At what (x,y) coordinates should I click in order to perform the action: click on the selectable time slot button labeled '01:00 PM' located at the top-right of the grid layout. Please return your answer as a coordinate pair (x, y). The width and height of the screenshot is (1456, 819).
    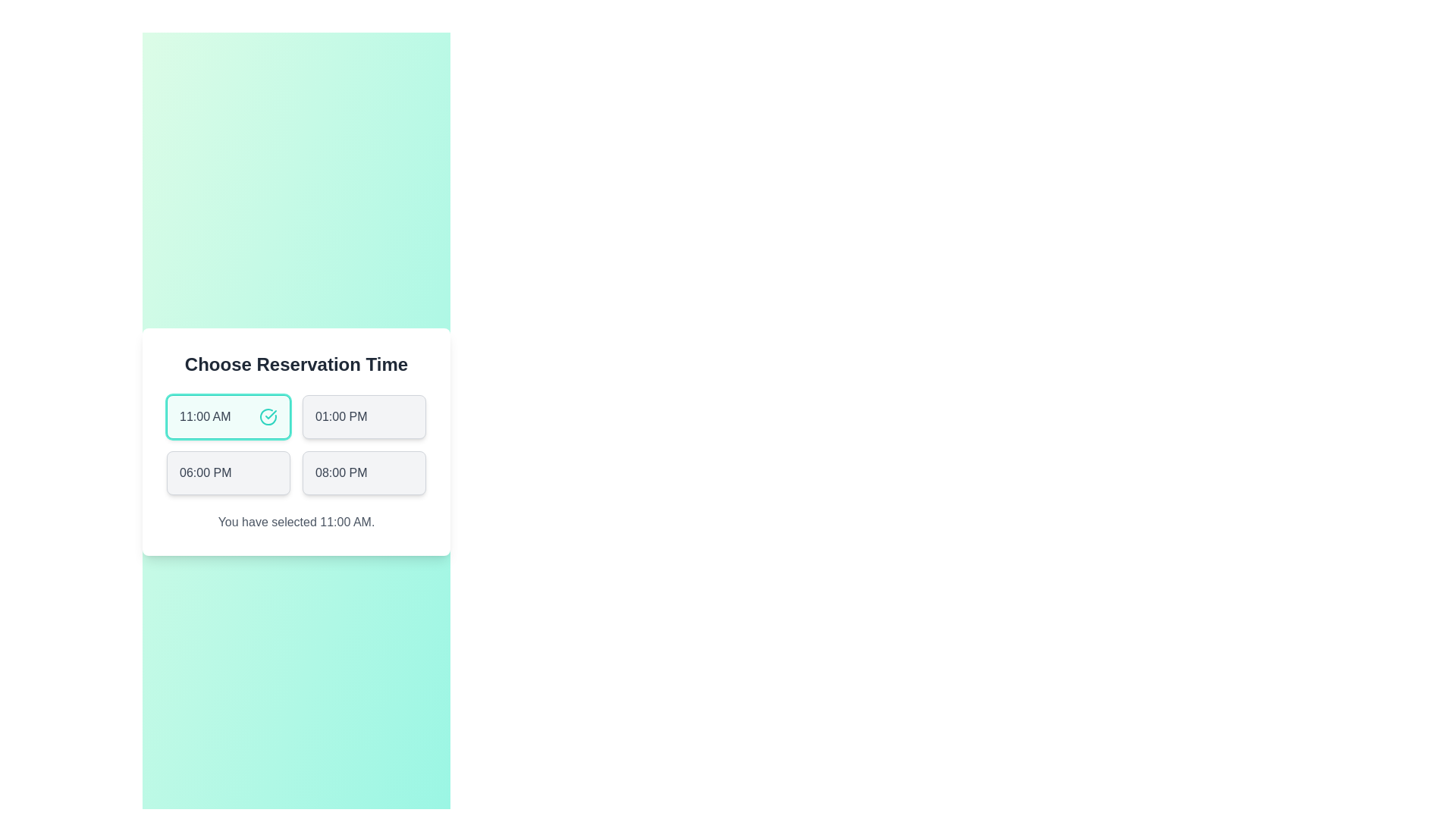
    Looking at the image, I should click on (364, 417).